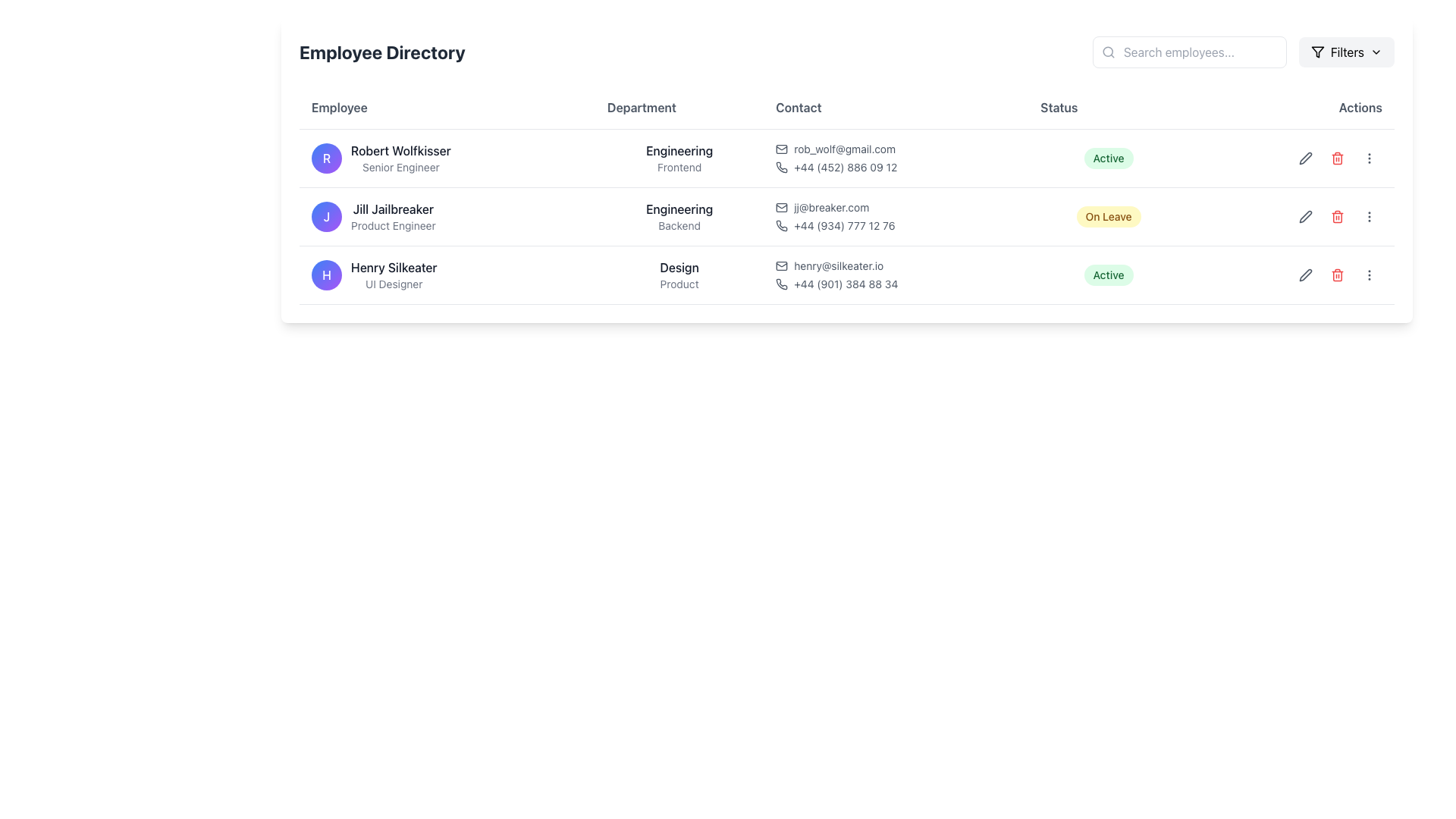 The height and width of the screenshot is (819, 1456). I want to click on the 'Department' text label for the individual 'Robert Wolfkisser' located in the second row of the table, which indicates the individual's department with the subtext 'Frontend' below it, so click(679, 151).